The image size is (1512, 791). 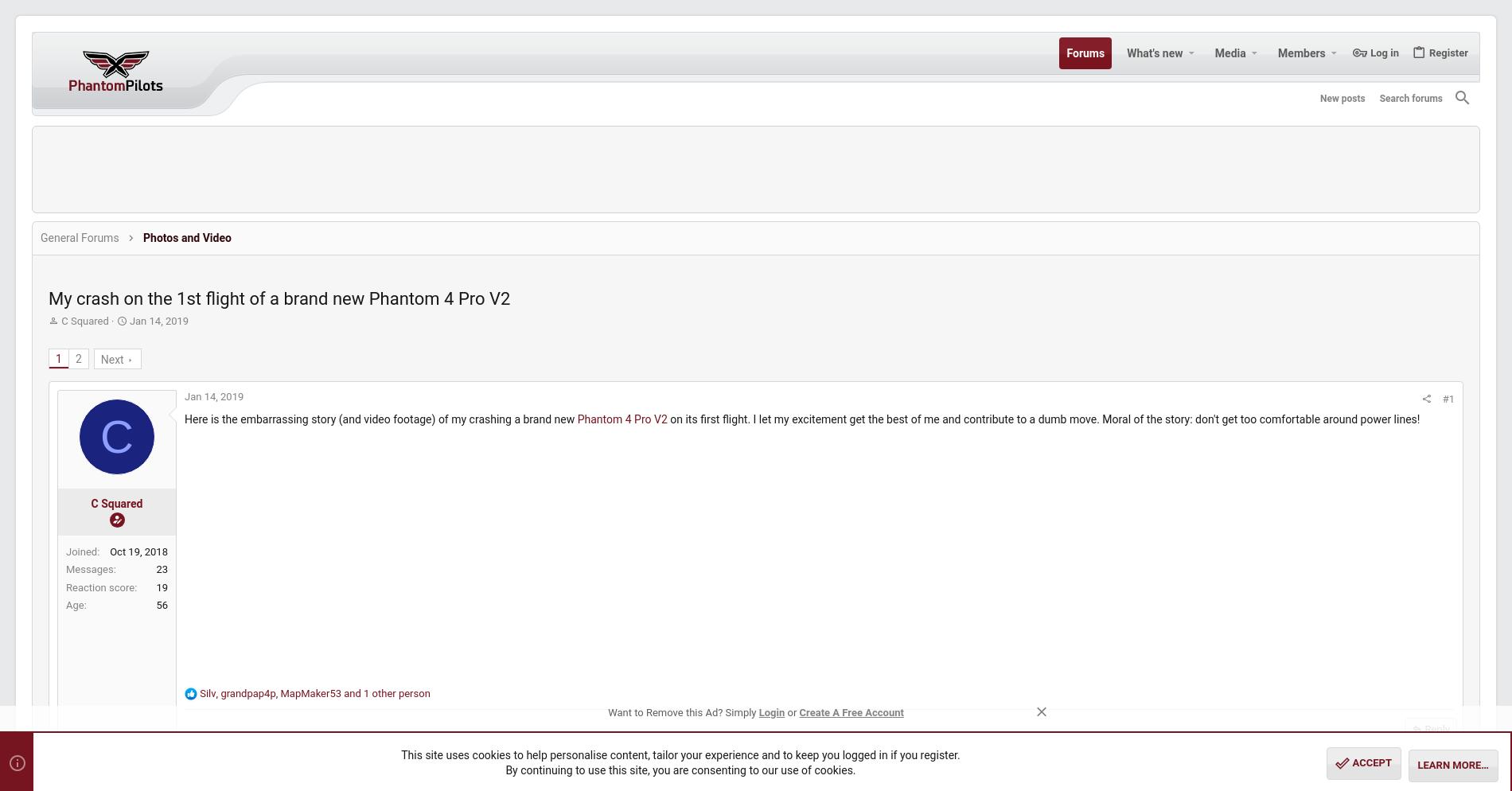 What do you see at coordinates (1160, 744) in the screenshot?
I see `'Reply'` at bounding box center [1160, 744].